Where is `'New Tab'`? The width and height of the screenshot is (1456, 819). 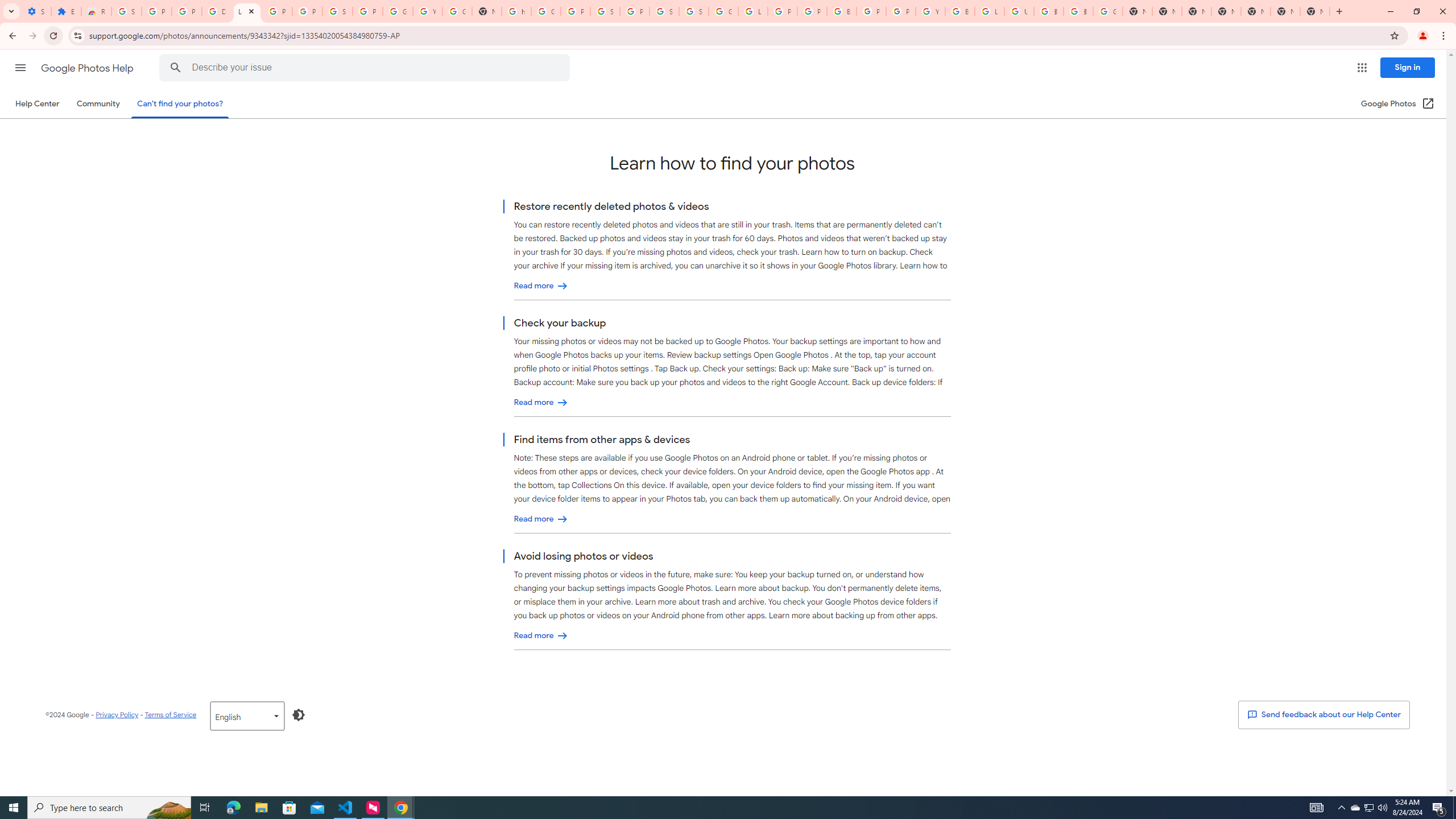
'New Tab' is located at coordinates (1314, 11).